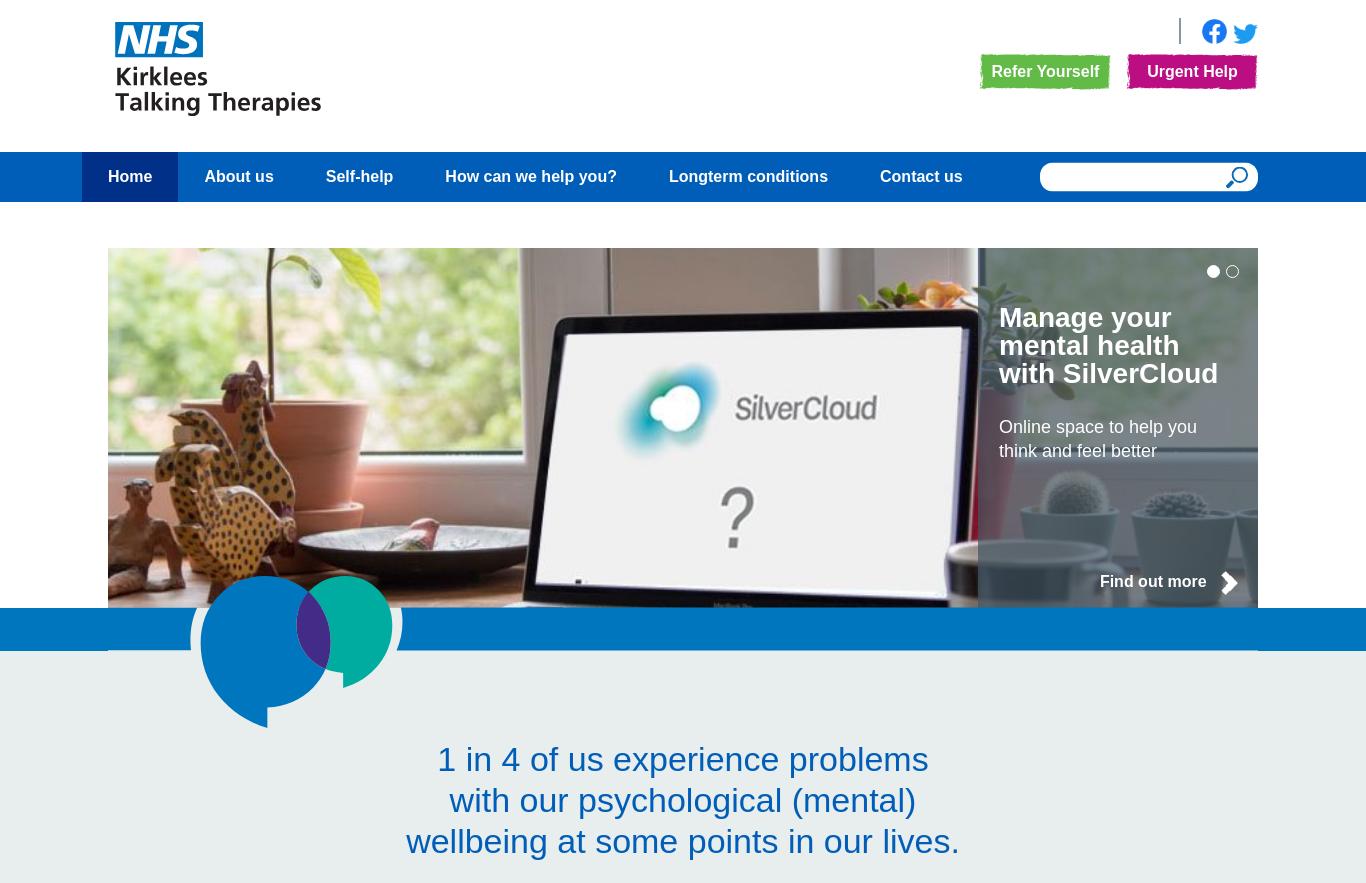 This screenshot has width=1366, height=883. What do you see at coordinates (1107, 345) in the screenshot?
I see `'Manage your mental health with SilverCloud'` at bounding box center [1107, 345].